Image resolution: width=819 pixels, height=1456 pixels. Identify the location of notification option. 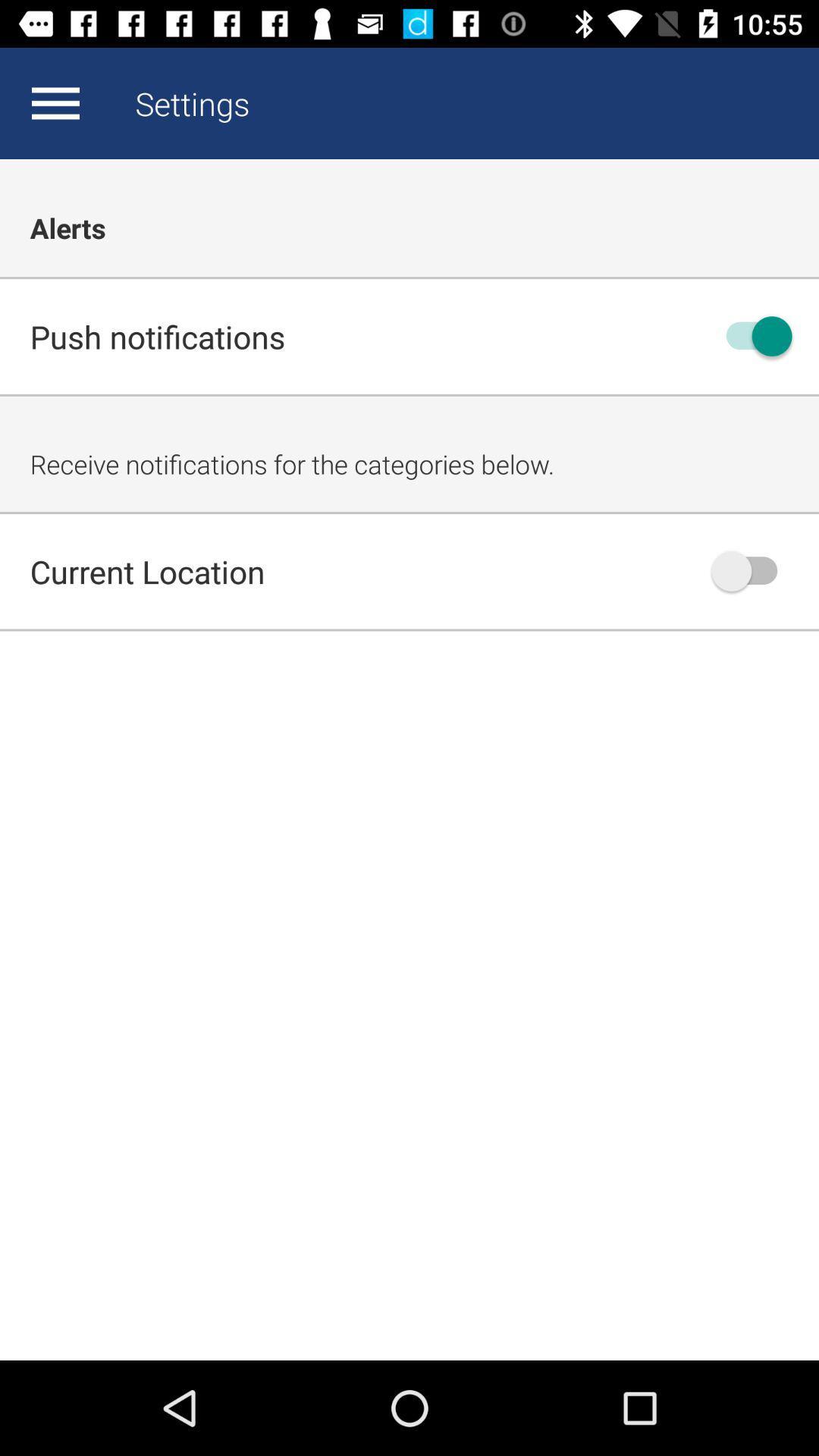
(752, 335).